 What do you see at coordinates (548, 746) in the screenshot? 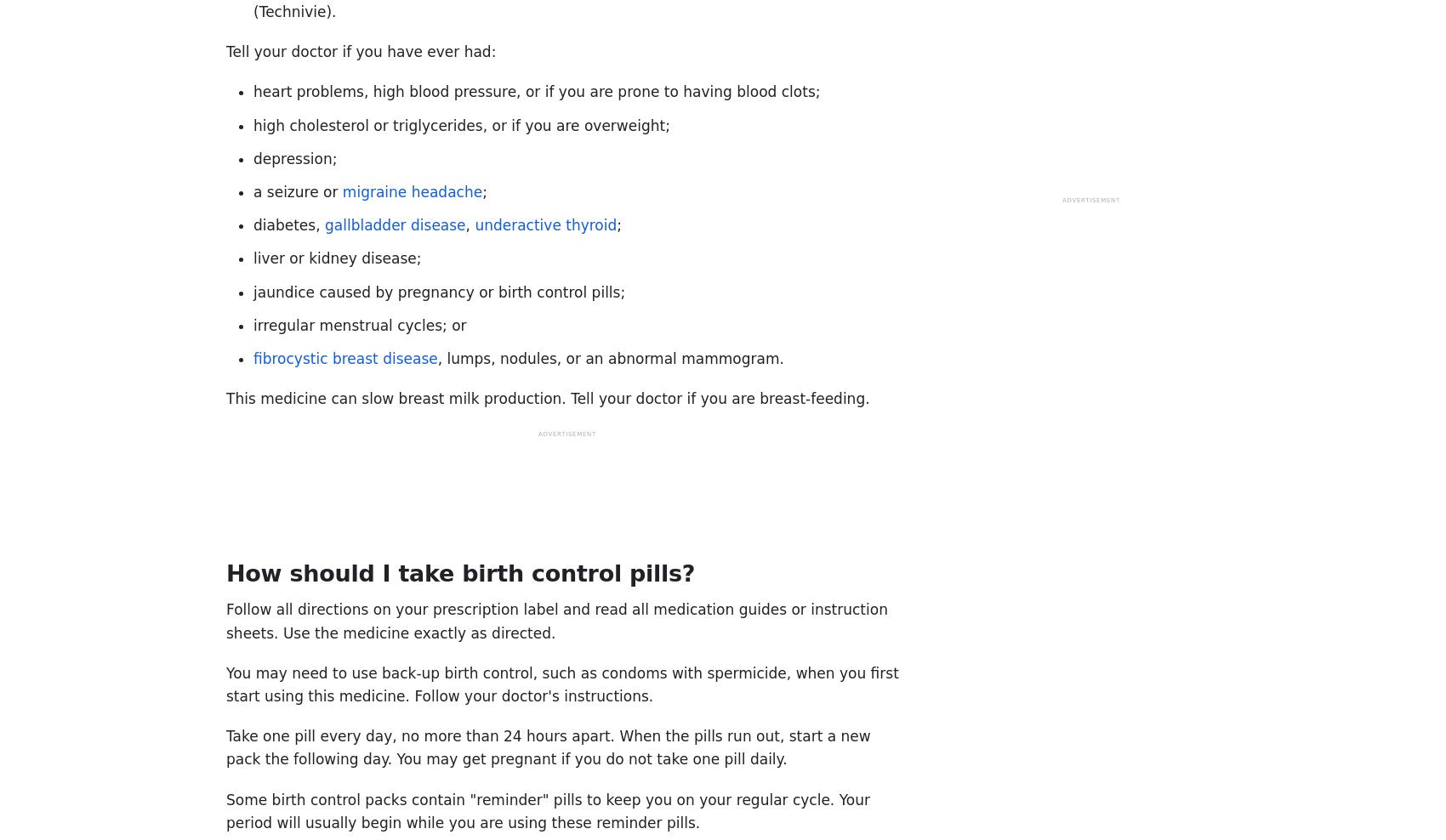
I see `'Take one pill every day, no more than 24 hours apart. When the pills run out, start a new pack the following day. You may get pregnant if you do not take one pill daily.'` at bounding box center [548, 746].